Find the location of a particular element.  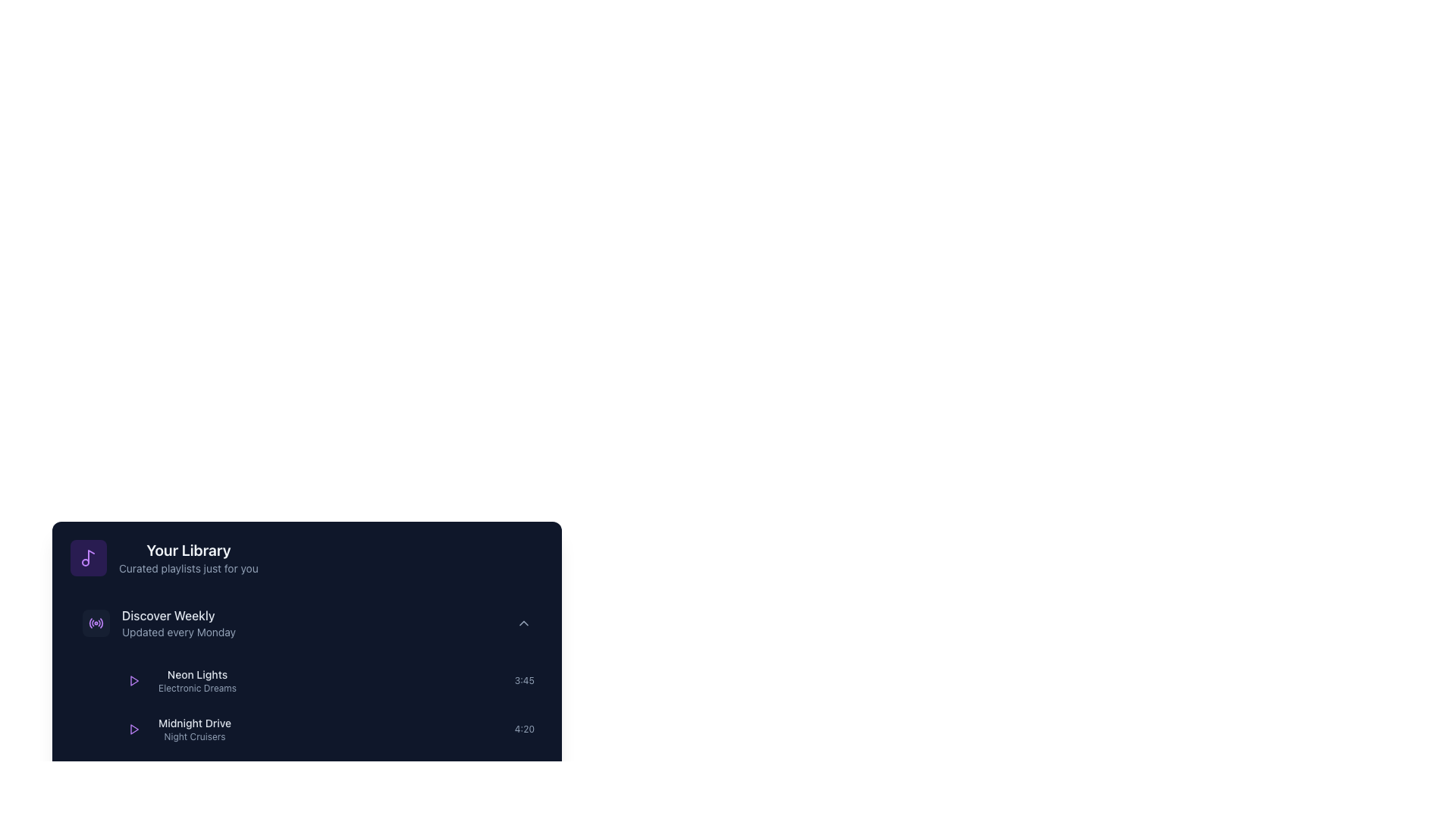

the text label displaying '3:45', which is positioned in the bottom-right section of the interface and serves as supporting detail is located at coordinates (524, 680).